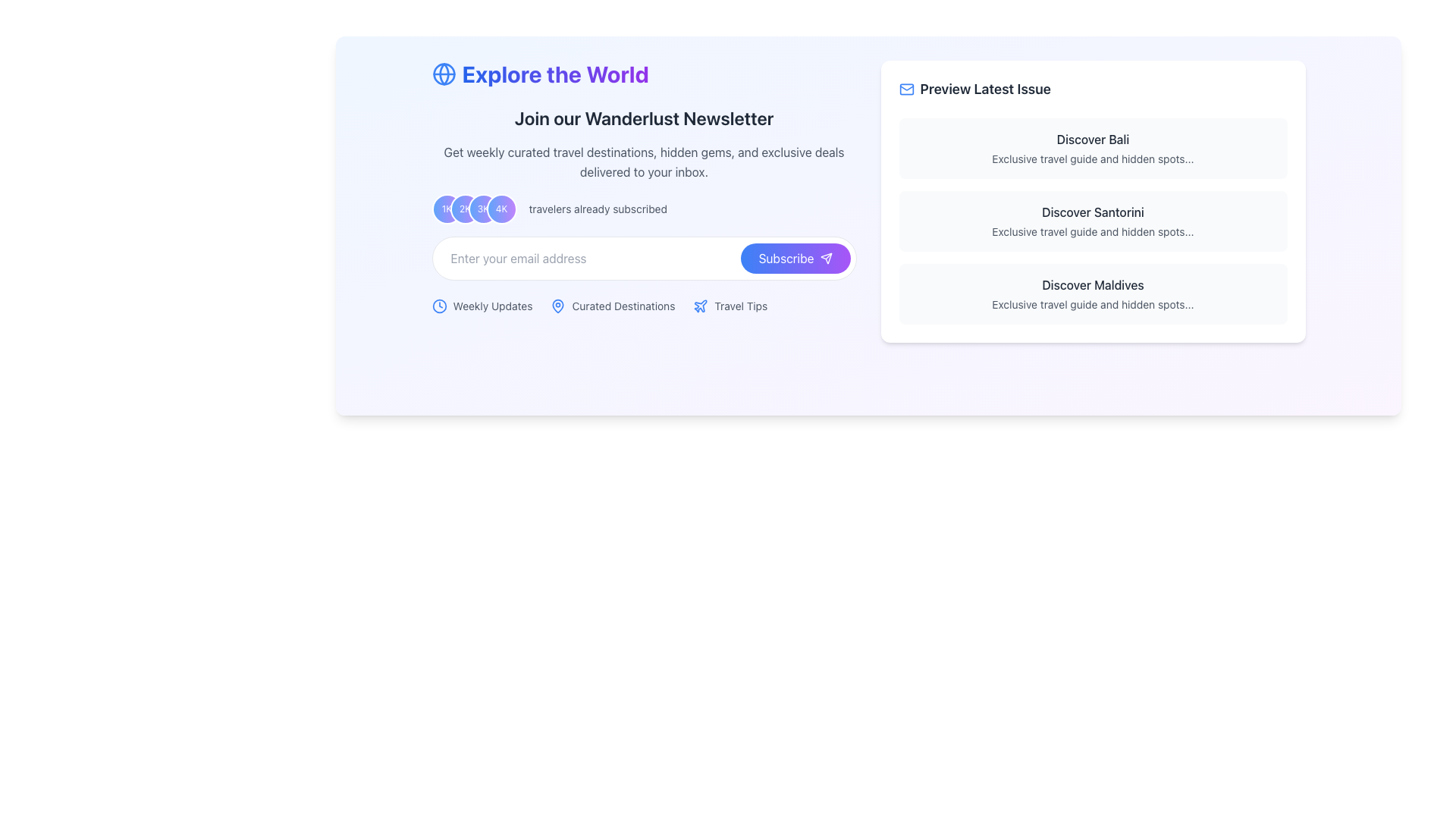  Describe the element at coordinates (554, 74) in the screenshot. I see `the static header text located near the top-left corner of the central content section, positioned to the right of a small spinning globe icon` at that location.